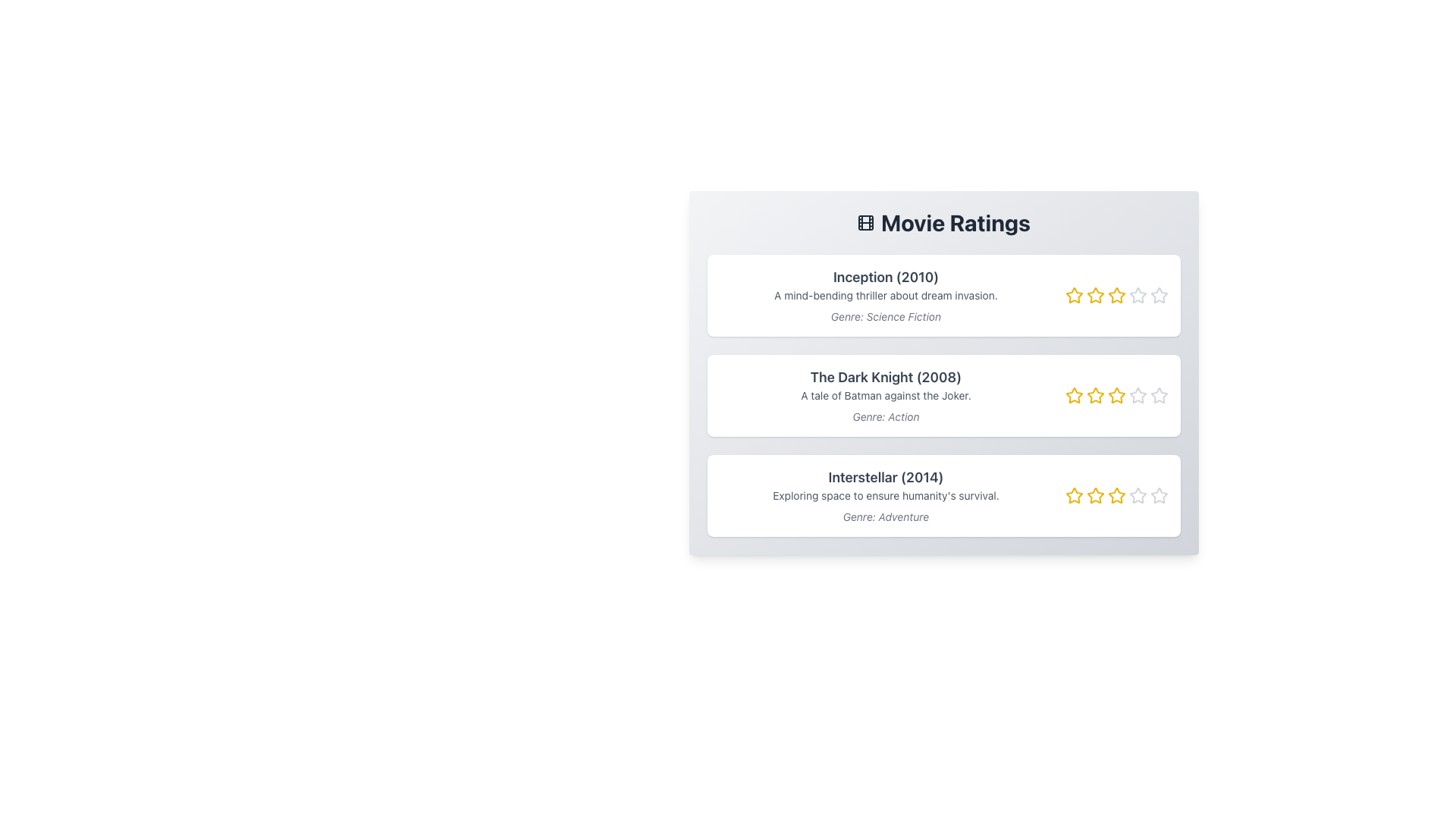 The width and height of the screenshot is (1456, 819). Describe the element at coordinates (1095, 295) in the screenshot. I see `the second rating star icon with a yellow outline, which indicates a selected rating for the movie 'Inception (2010)'` at that location.